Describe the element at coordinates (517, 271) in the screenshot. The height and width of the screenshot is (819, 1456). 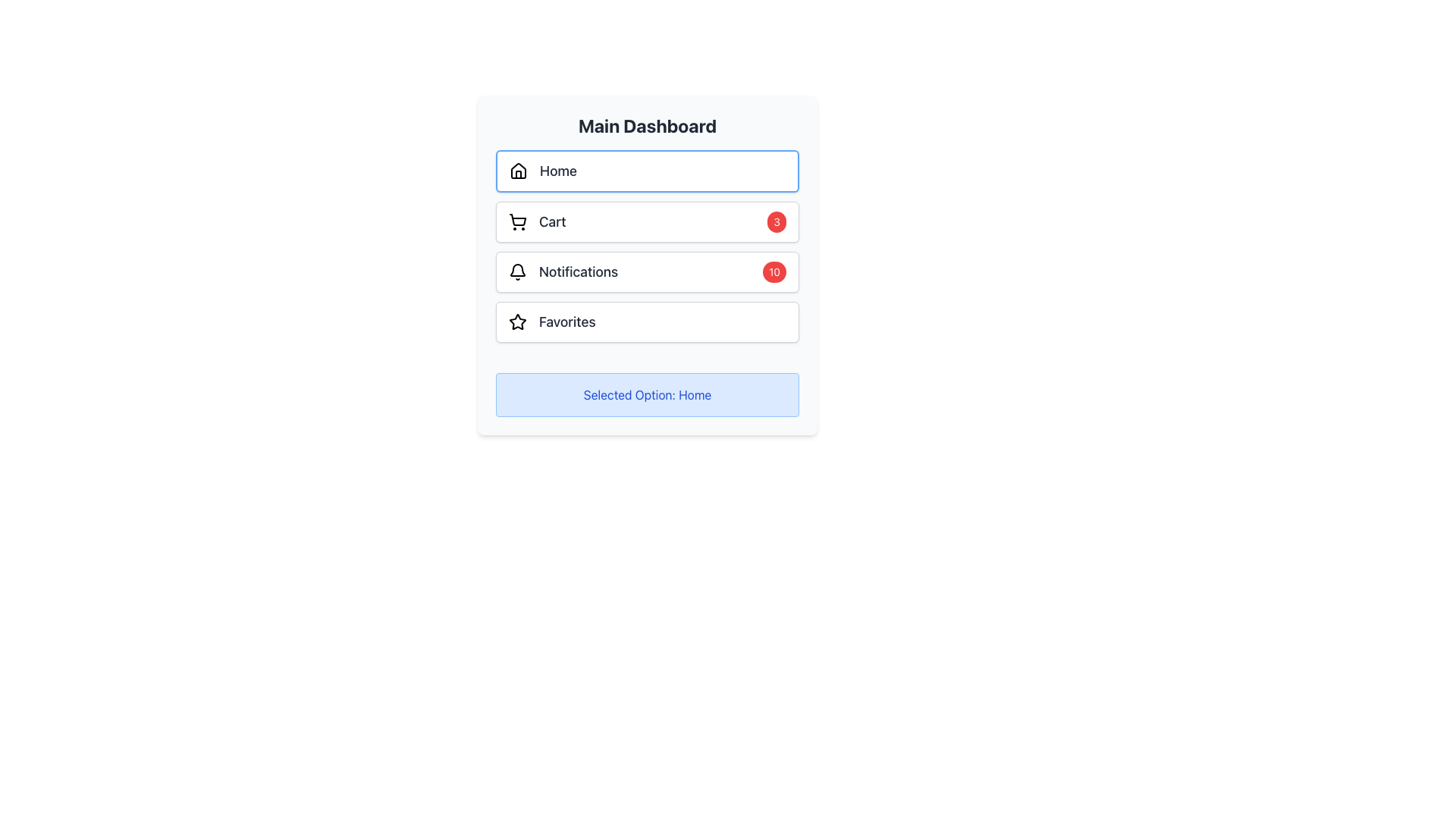
I see `the bell icon in the second menu option from the top on the left-hand side of the dashboard` at that location.